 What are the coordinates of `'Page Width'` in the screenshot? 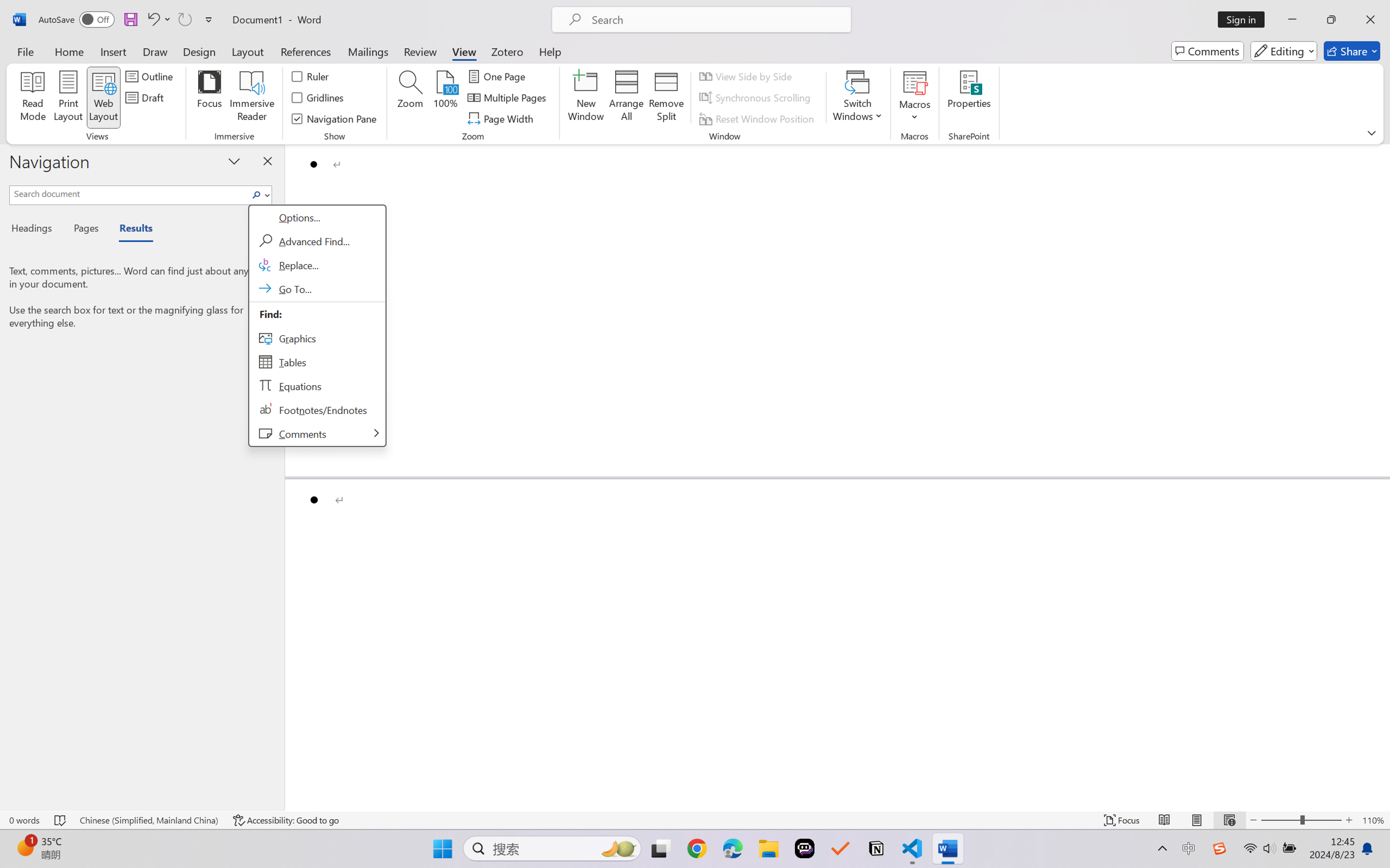 It's located at (501, 119).